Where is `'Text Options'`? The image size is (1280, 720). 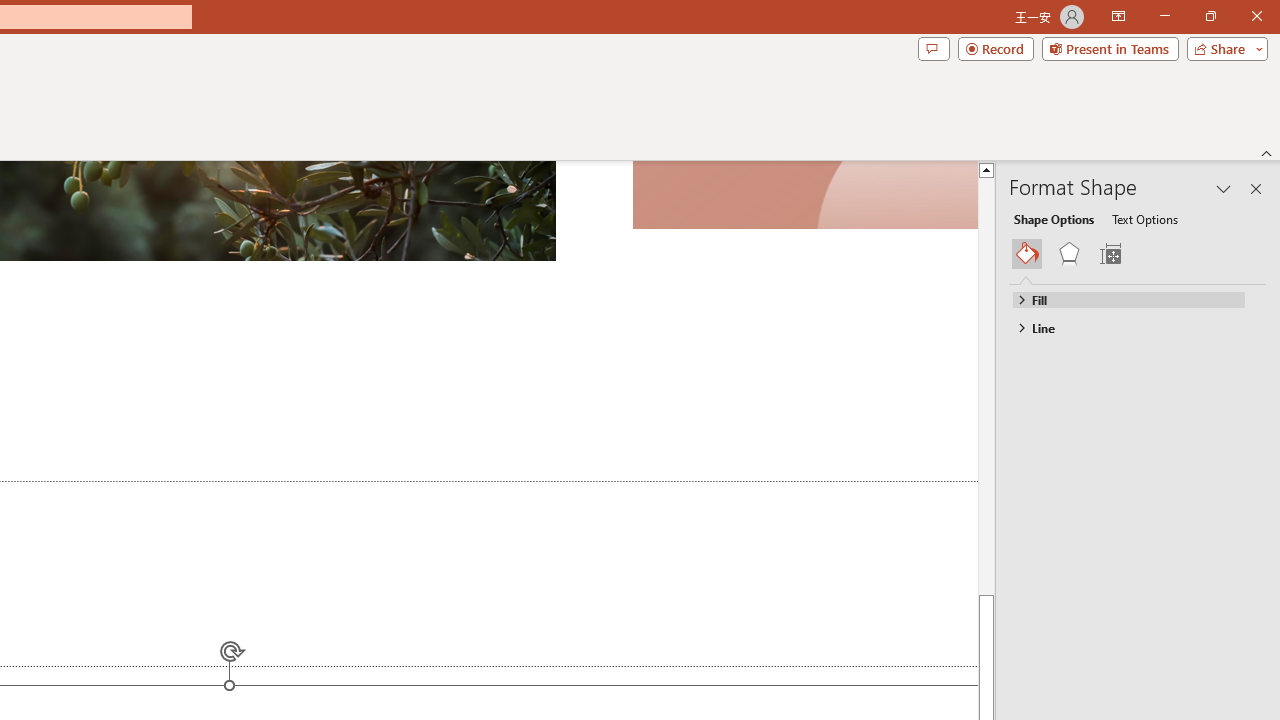
'Text Options' is located at coordinates (1144, 218).